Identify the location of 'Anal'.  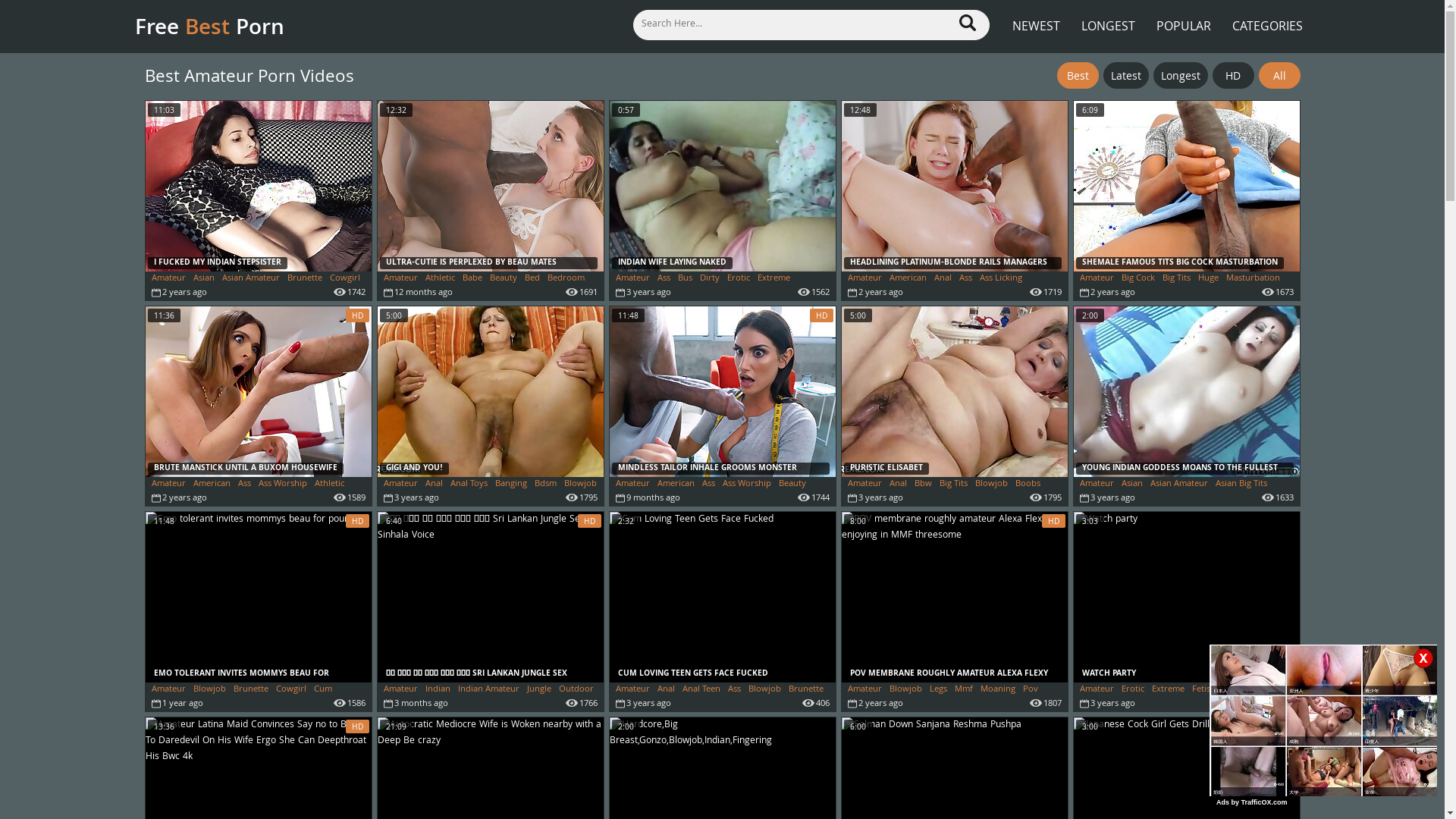
(942, 278).